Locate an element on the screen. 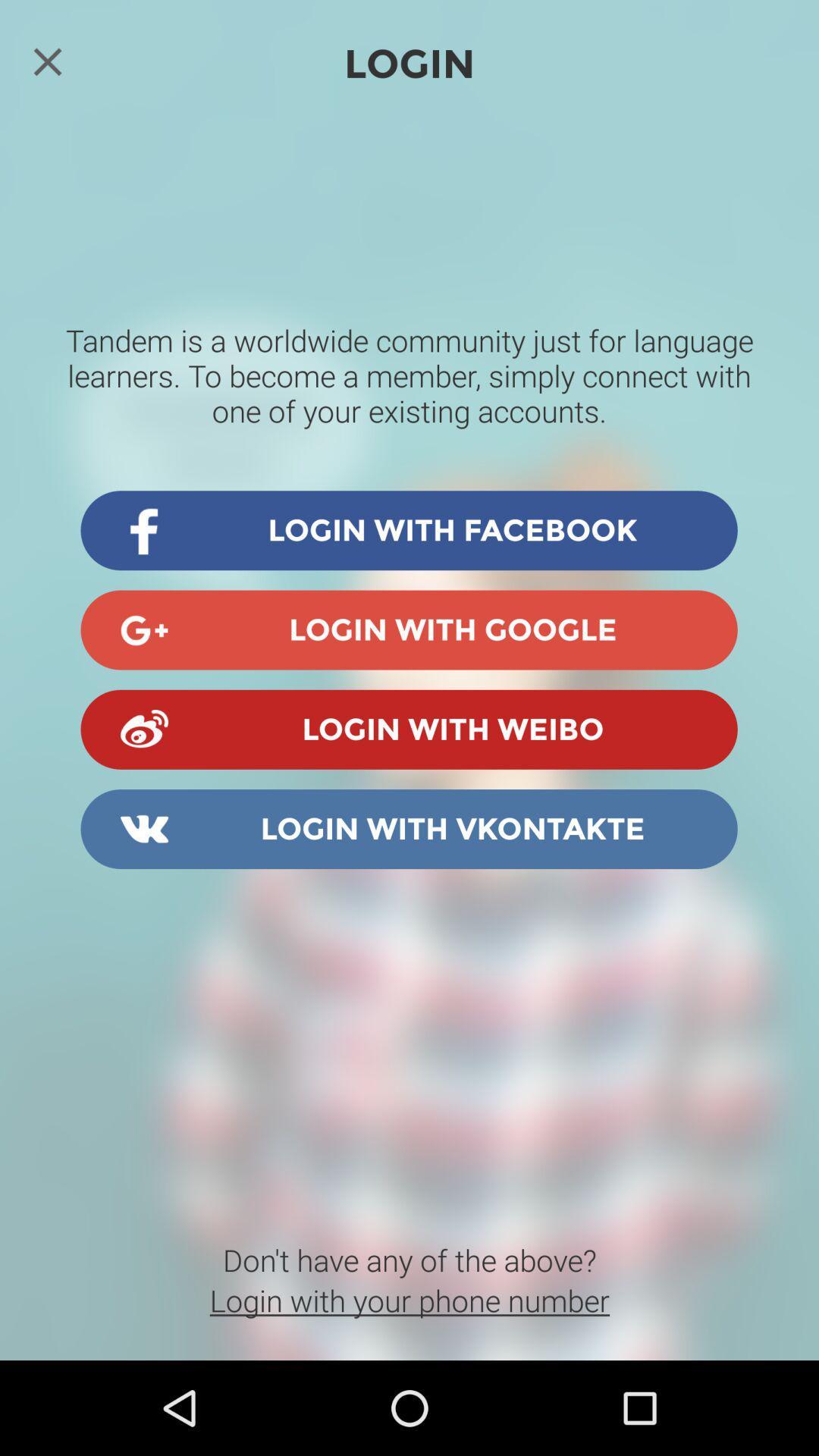 This screenshot has width=819, height=1456. the page is located at coordinates (46, 61).